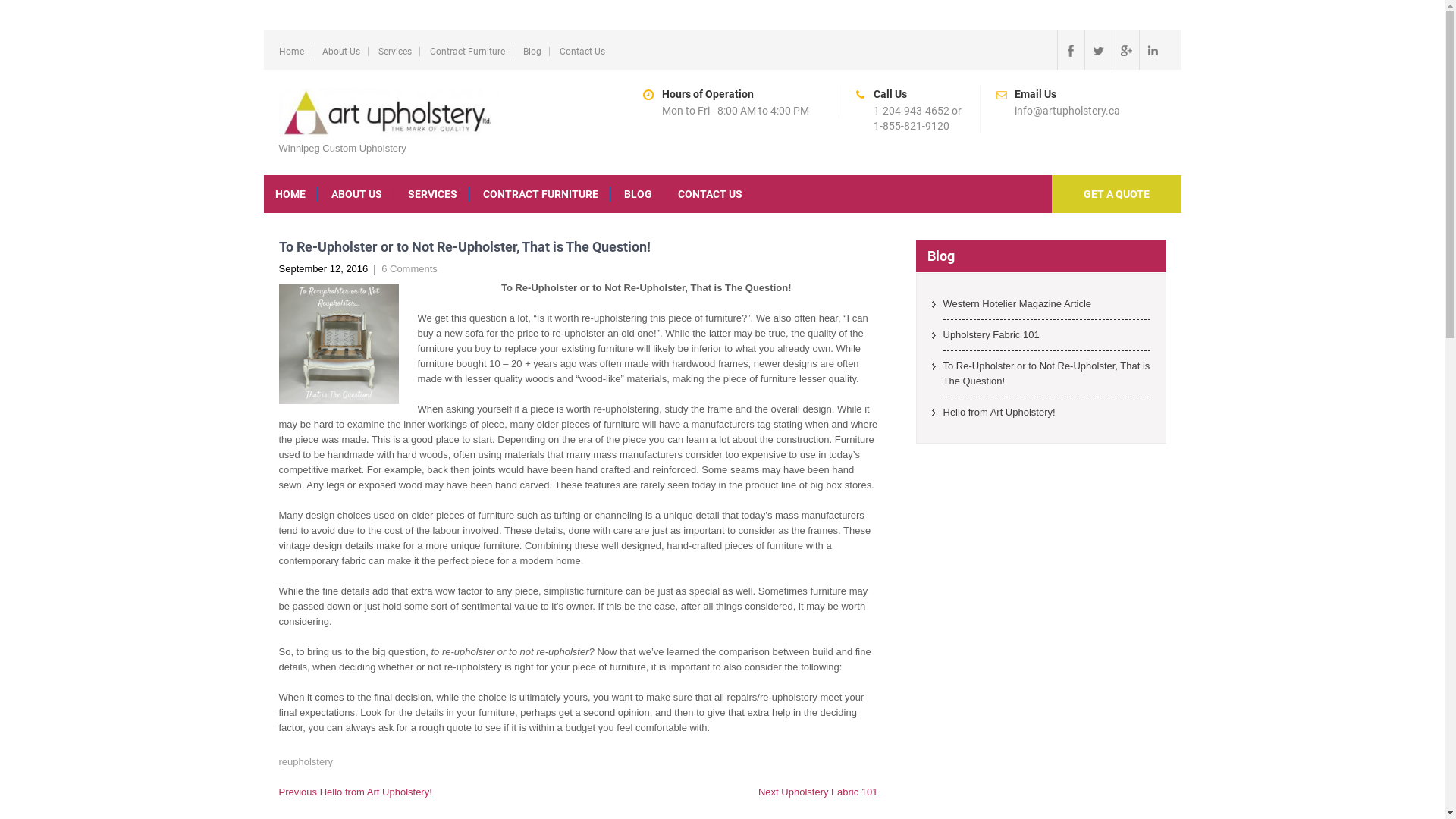  Describe the element at coordinates (708, 193) in the screenshot. I see `'CONTACT US'` at that location.